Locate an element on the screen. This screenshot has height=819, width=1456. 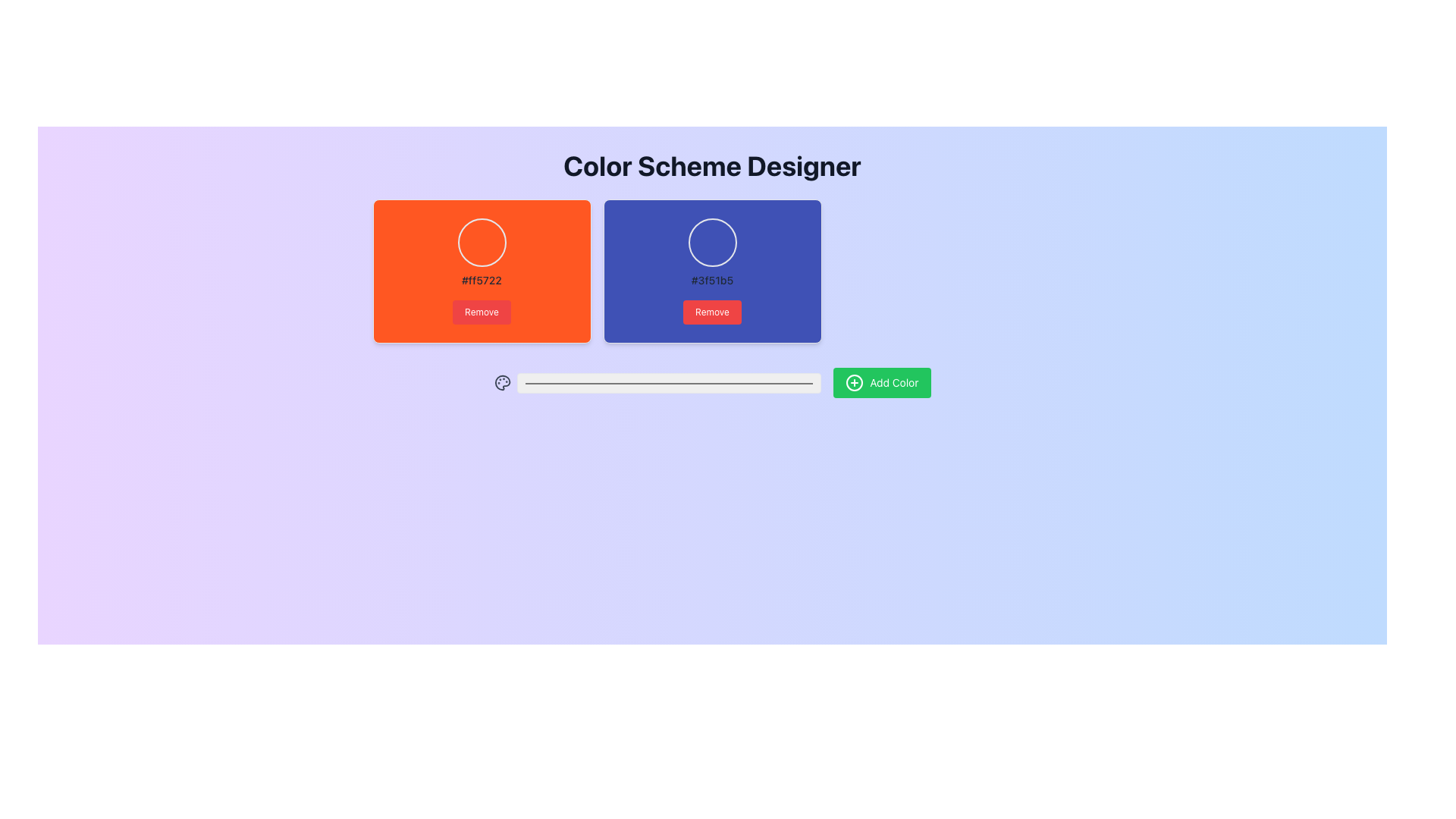
the color selection icon located to the left of the color input field in the 'colorPicker' group is located at coordinates (502, 382).